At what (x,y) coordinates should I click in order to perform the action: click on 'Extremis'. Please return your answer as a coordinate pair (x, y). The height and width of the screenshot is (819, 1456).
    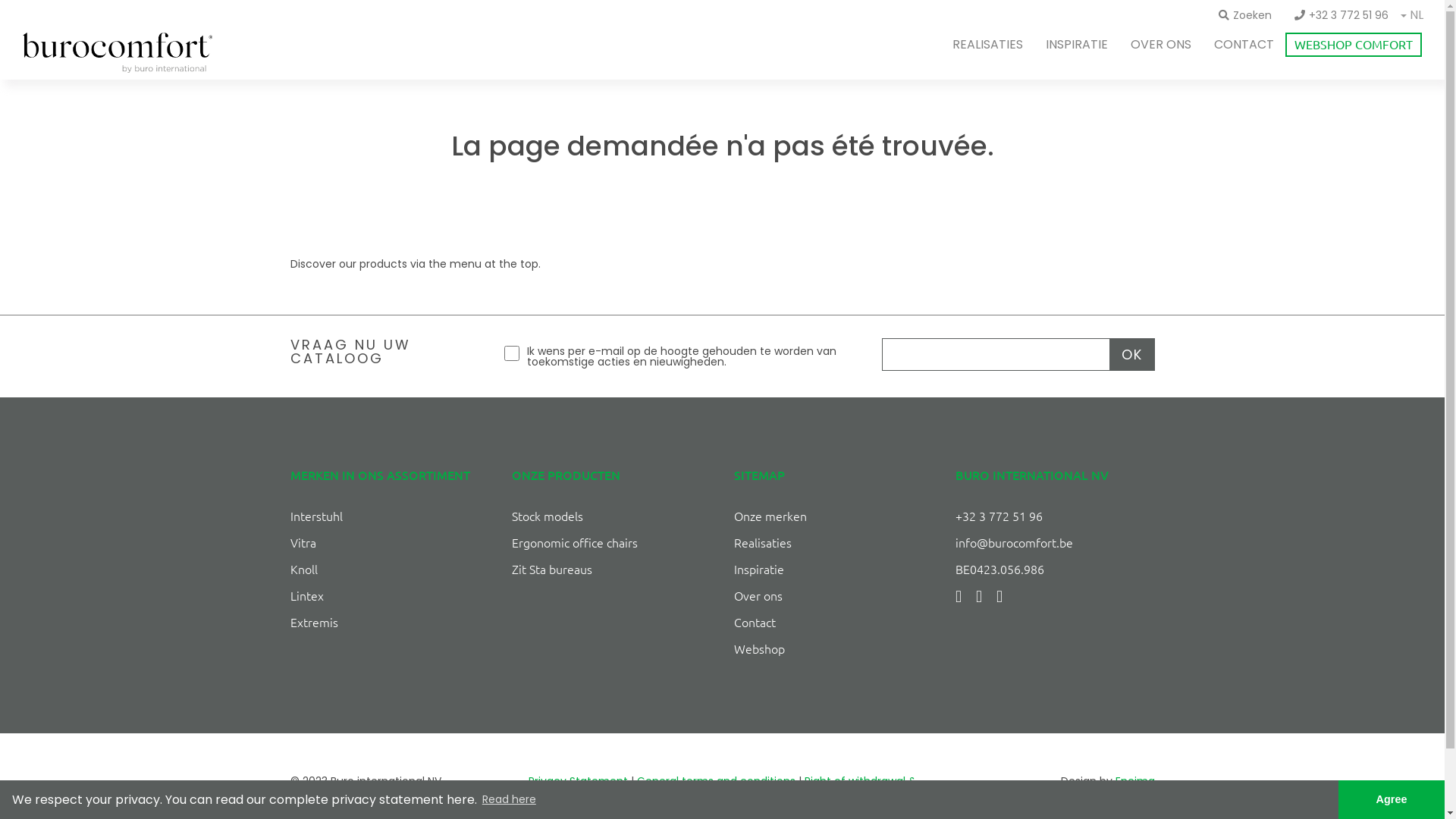
    Looking at the image, I should click on (312, 622).